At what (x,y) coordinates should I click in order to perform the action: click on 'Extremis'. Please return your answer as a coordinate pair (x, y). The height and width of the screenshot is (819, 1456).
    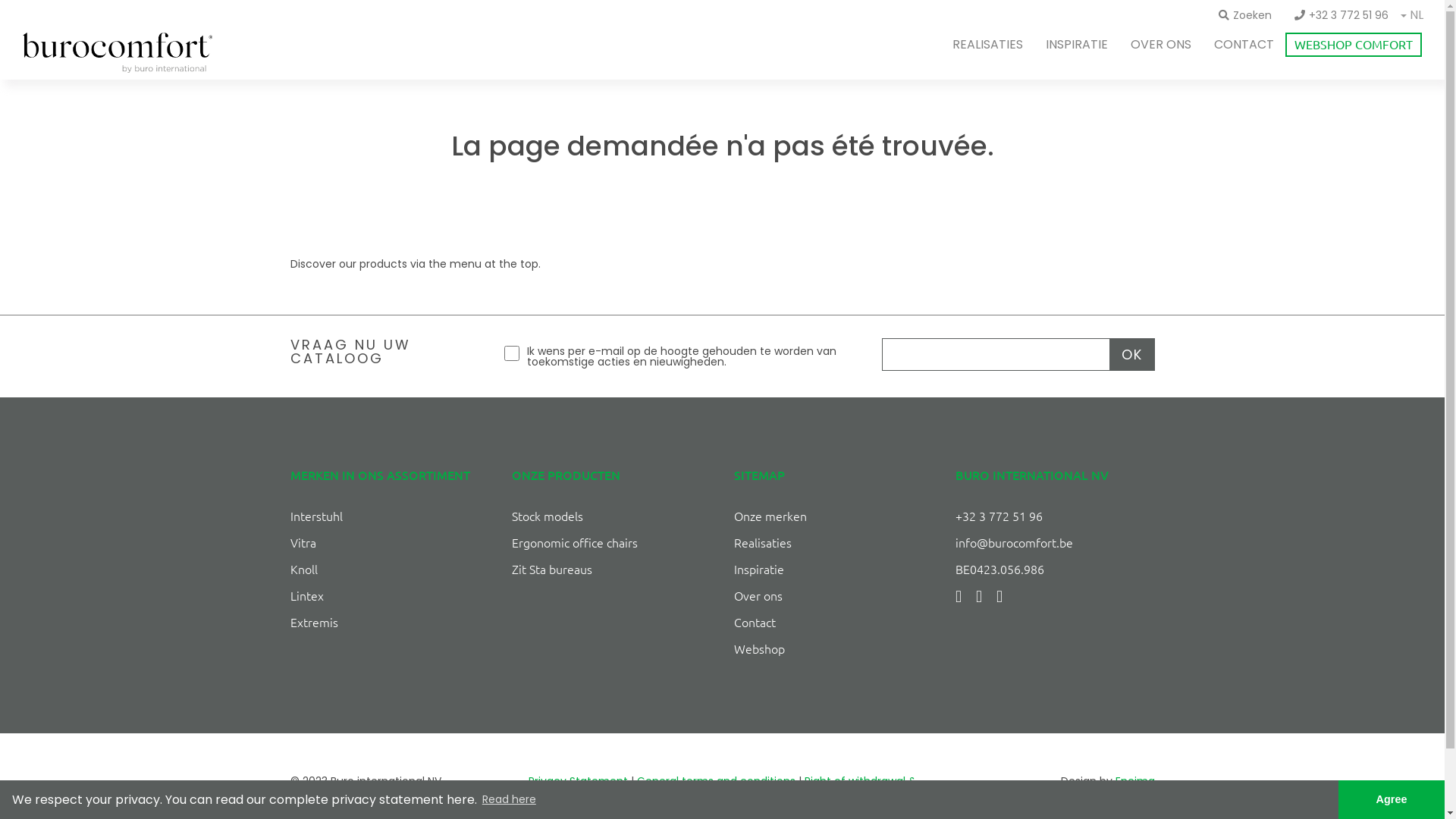
    Looking at the image, I should click on (312, 622).